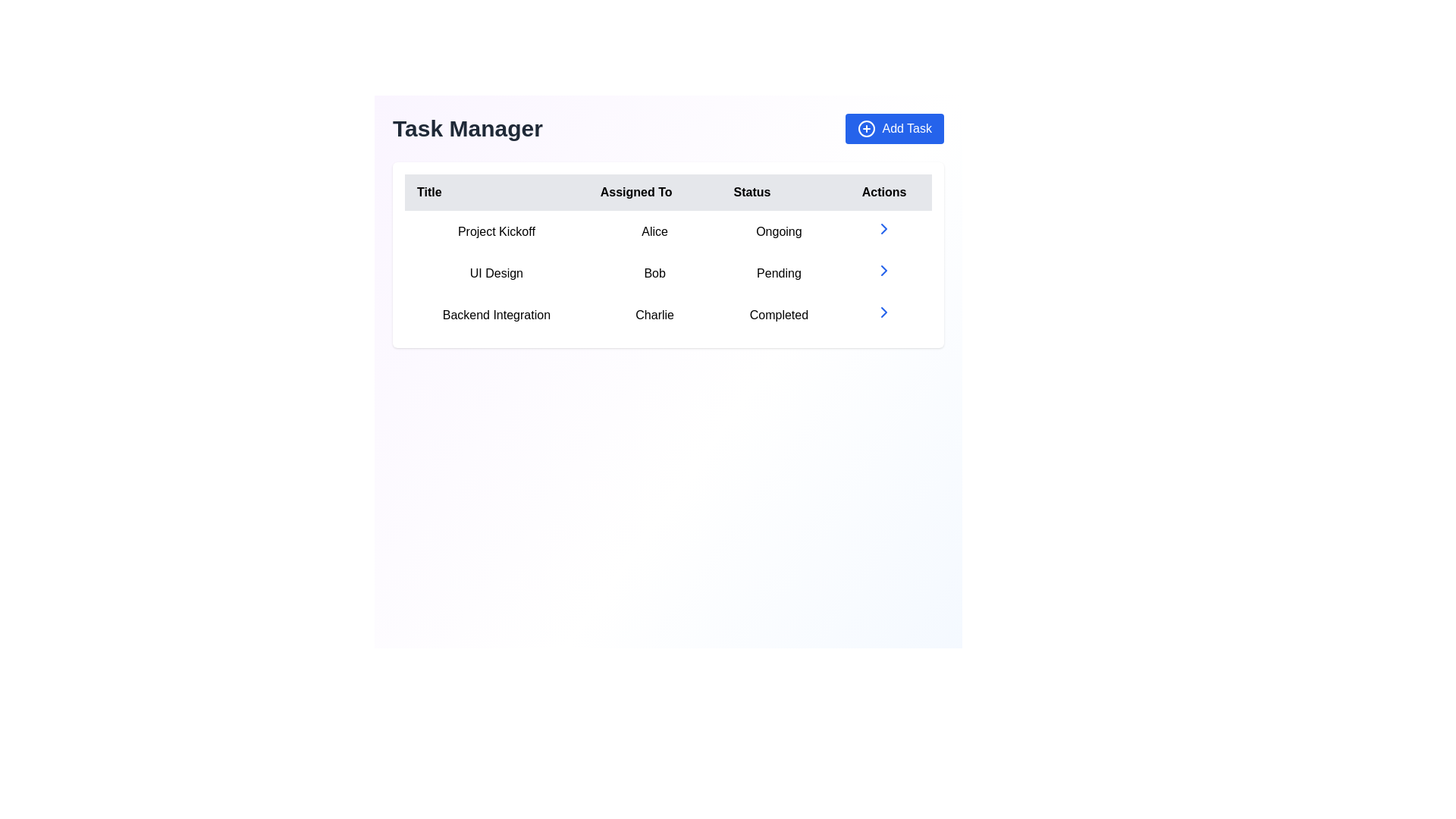  What do you see at coordinates (654, 273) in the screenshot?
I see `the static text element displaying the name 'Bob' in the 'Assigned To' column of the table` at bounding box center [654, 273].